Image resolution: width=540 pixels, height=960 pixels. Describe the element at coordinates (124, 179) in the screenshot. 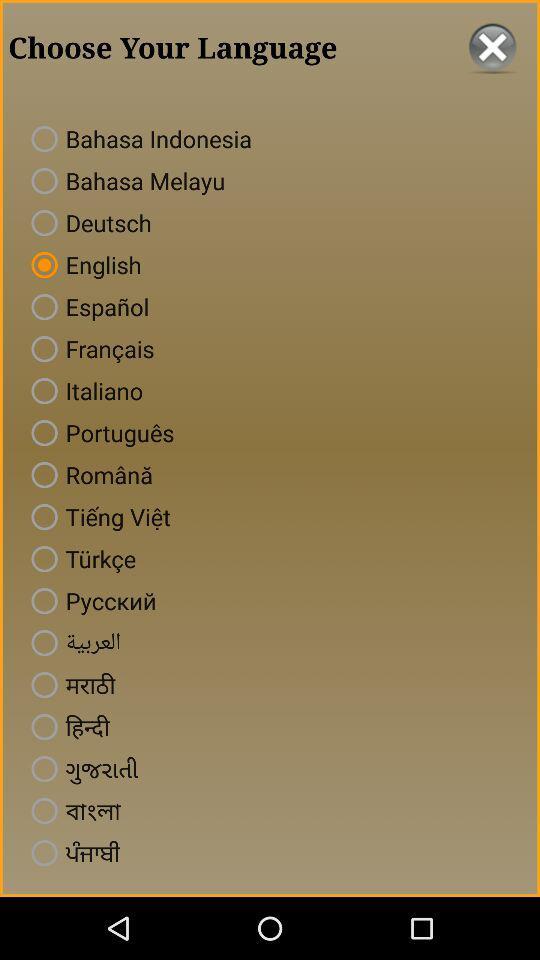

I see `bahasa melayu` at that location.